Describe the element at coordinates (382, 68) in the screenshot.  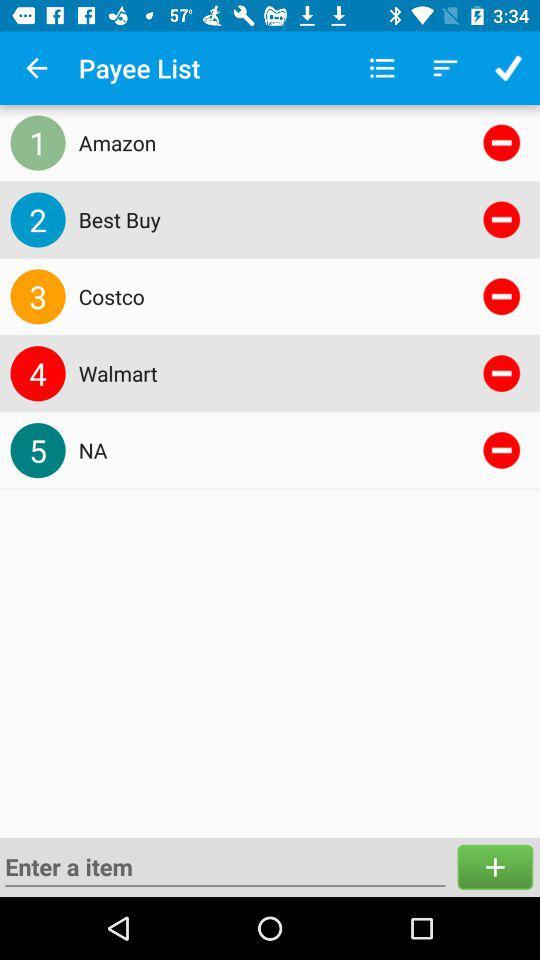
I see `the icon to the right of the payee list` at that location.